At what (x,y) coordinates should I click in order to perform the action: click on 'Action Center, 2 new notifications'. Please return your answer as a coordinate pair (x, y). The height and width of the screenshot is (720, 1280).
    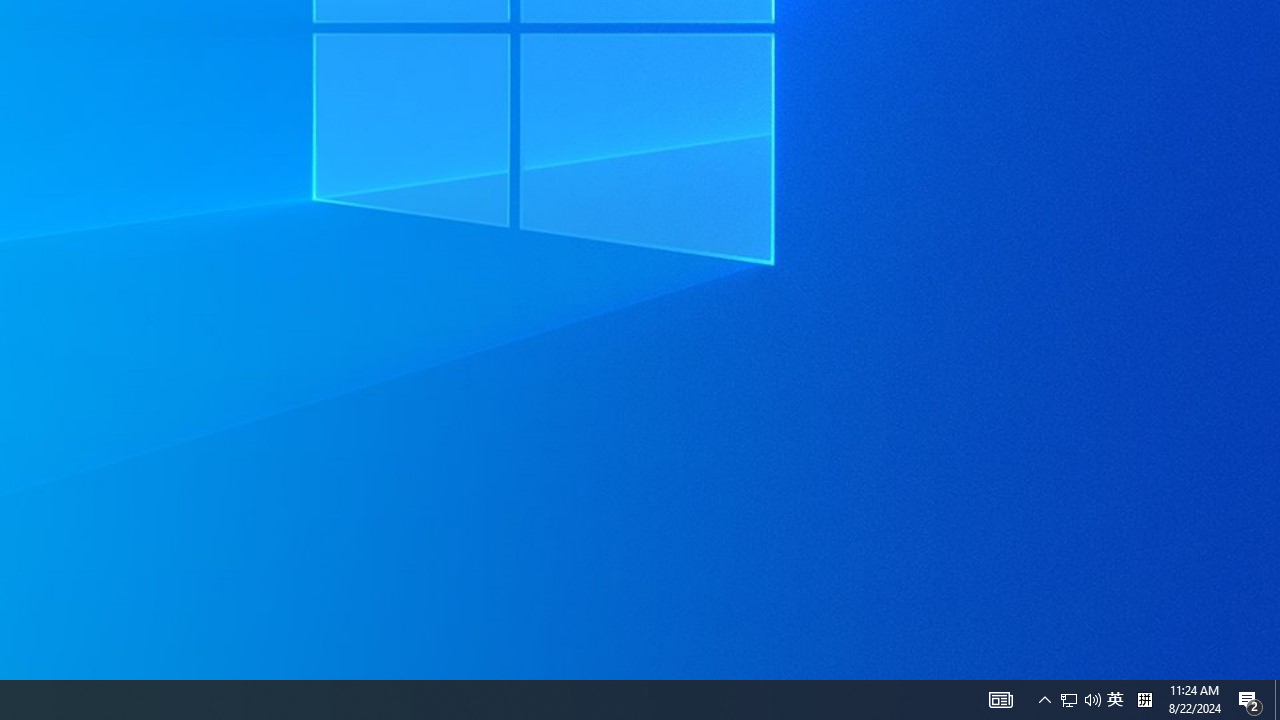
    Looking at the image, I should click on (1276, 698).